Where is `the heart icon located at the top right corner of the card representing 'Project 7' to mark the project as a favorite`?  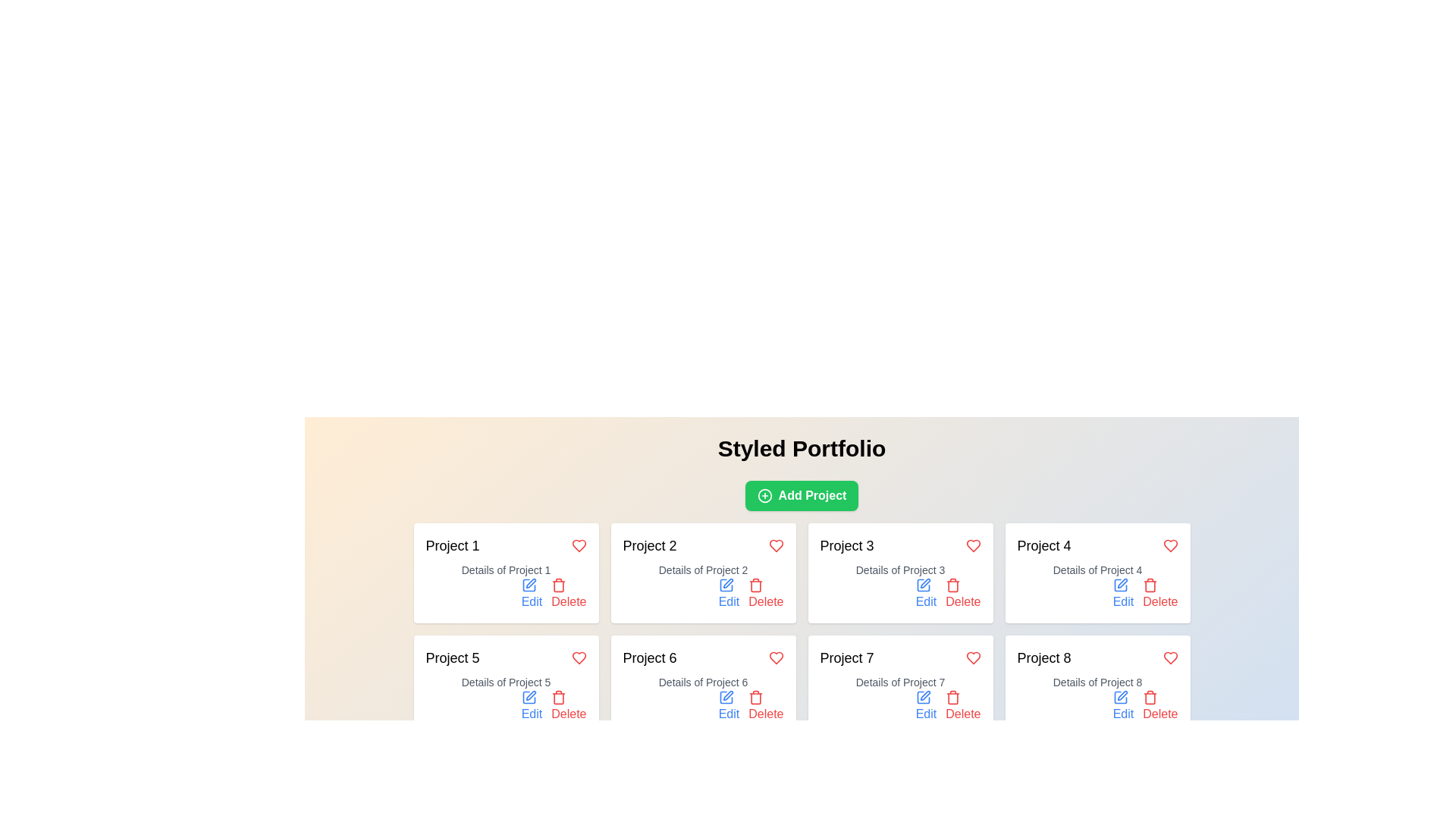
the heart icon located at the top right corner of the card representing 'Project 7' to mark the project as a favorite is located at coordinates (973, 657).